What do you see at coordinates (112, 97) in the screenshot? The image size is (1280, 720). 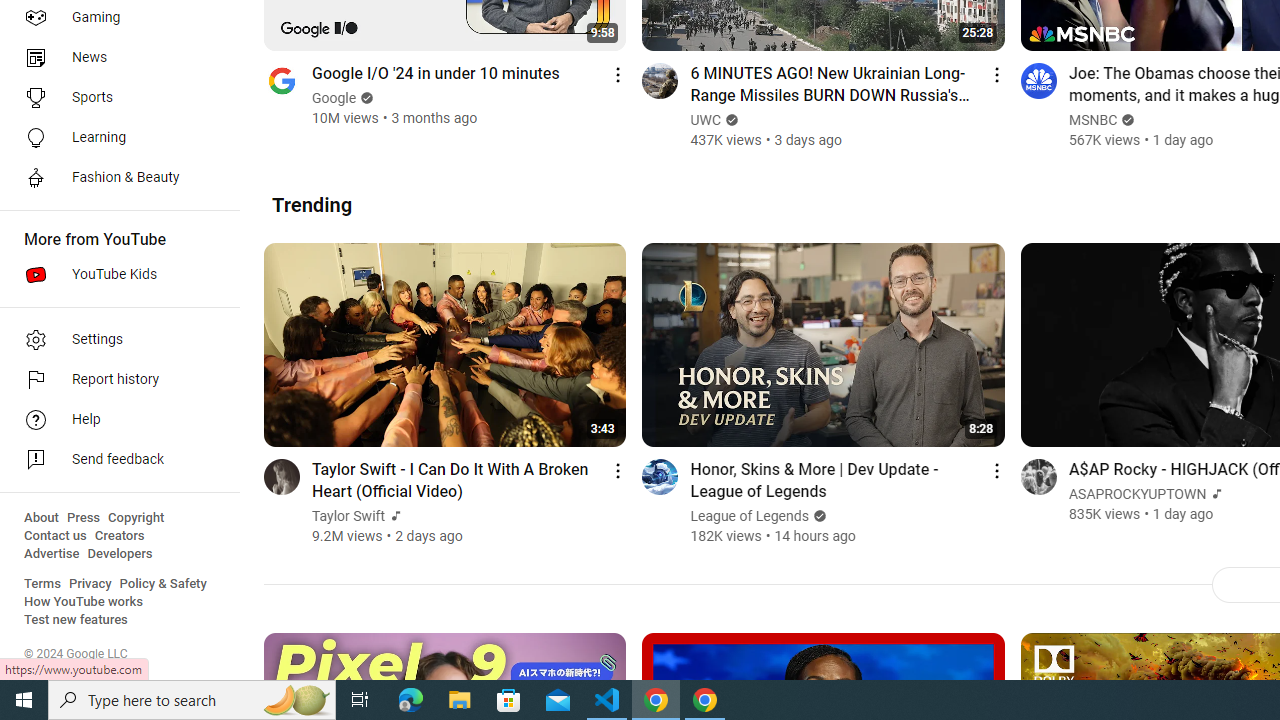 I see `'Sports'` at bounding box center [112, 97].